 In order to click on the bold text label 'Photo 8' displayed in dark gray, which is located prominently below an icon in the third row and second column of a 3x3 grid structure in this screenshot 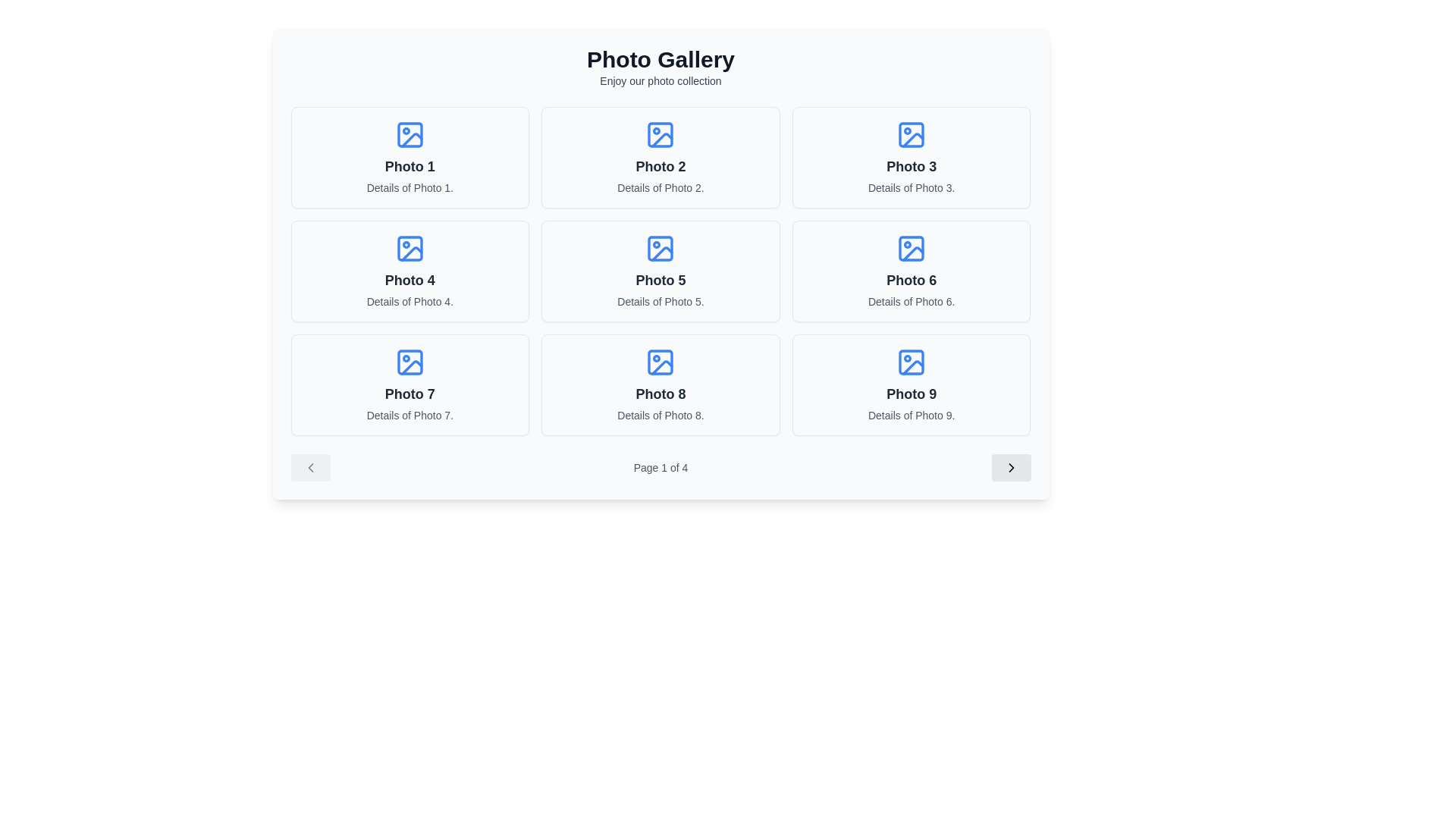, I will do `click(661, 394)`.